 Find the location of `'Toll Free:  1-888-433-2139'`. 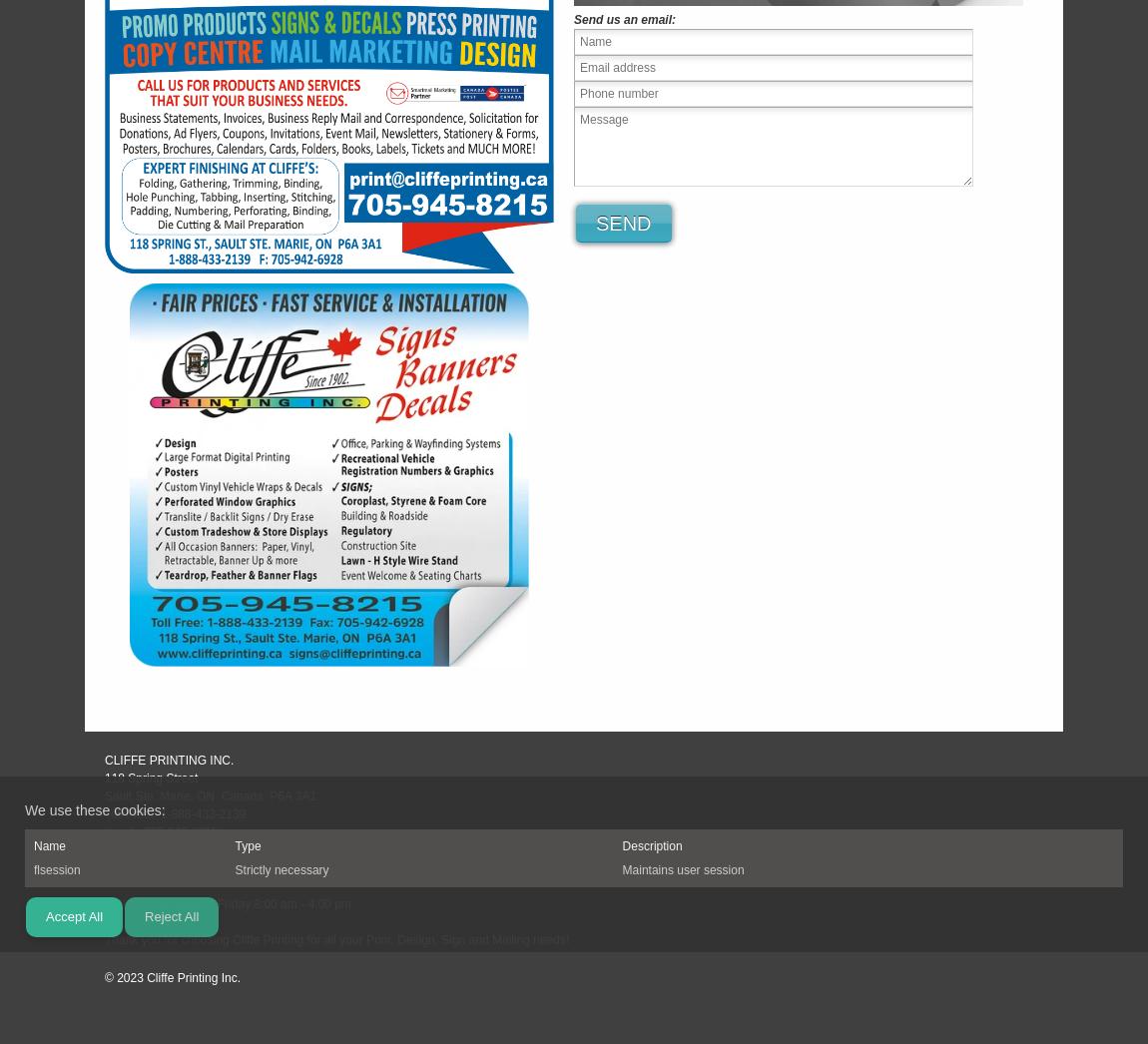

'Toll Free:  1-888-433-2139' is located at coordinates (174, 813).